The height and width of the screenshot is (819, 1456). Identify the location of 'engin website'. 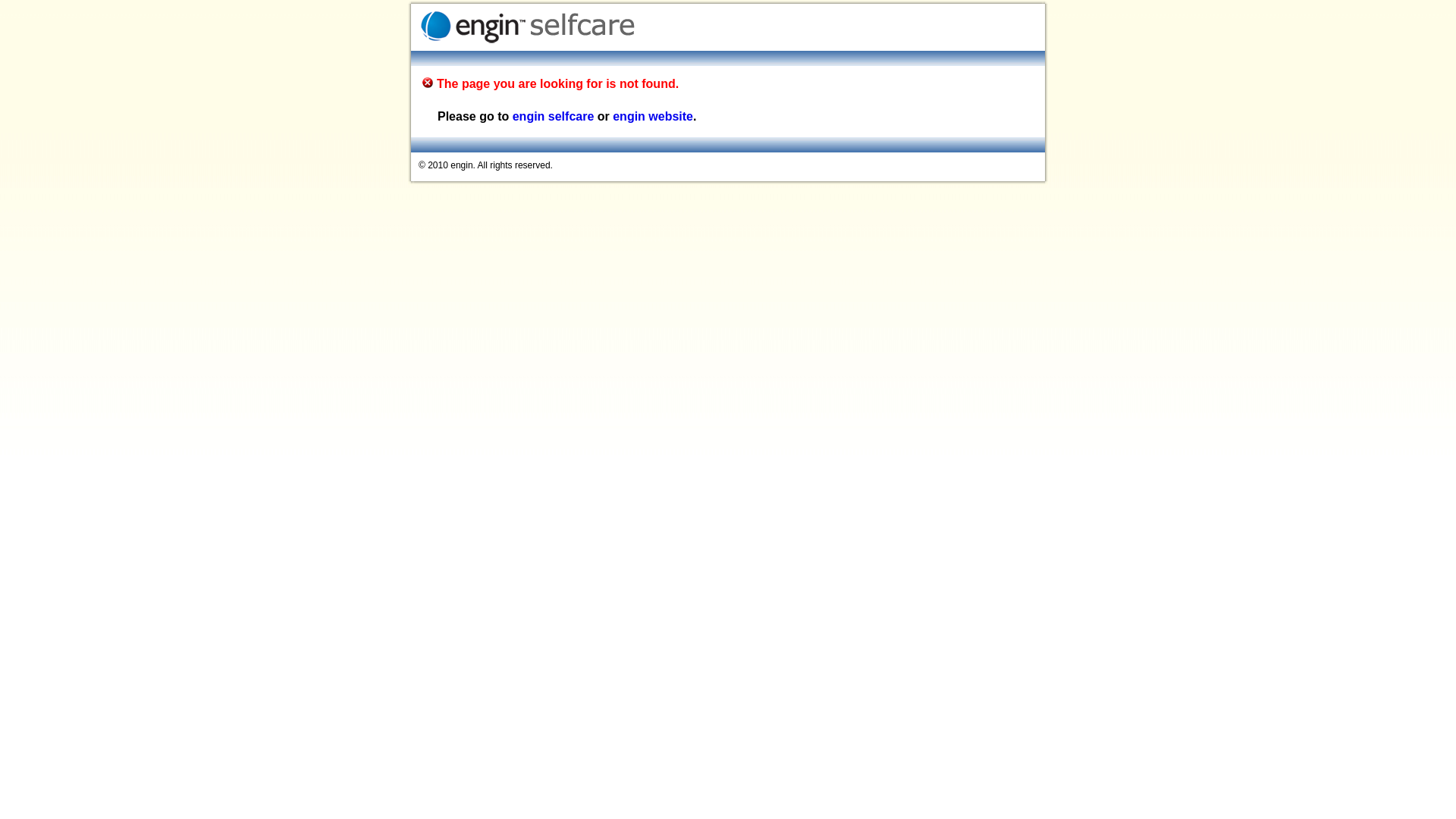
(612, 115).